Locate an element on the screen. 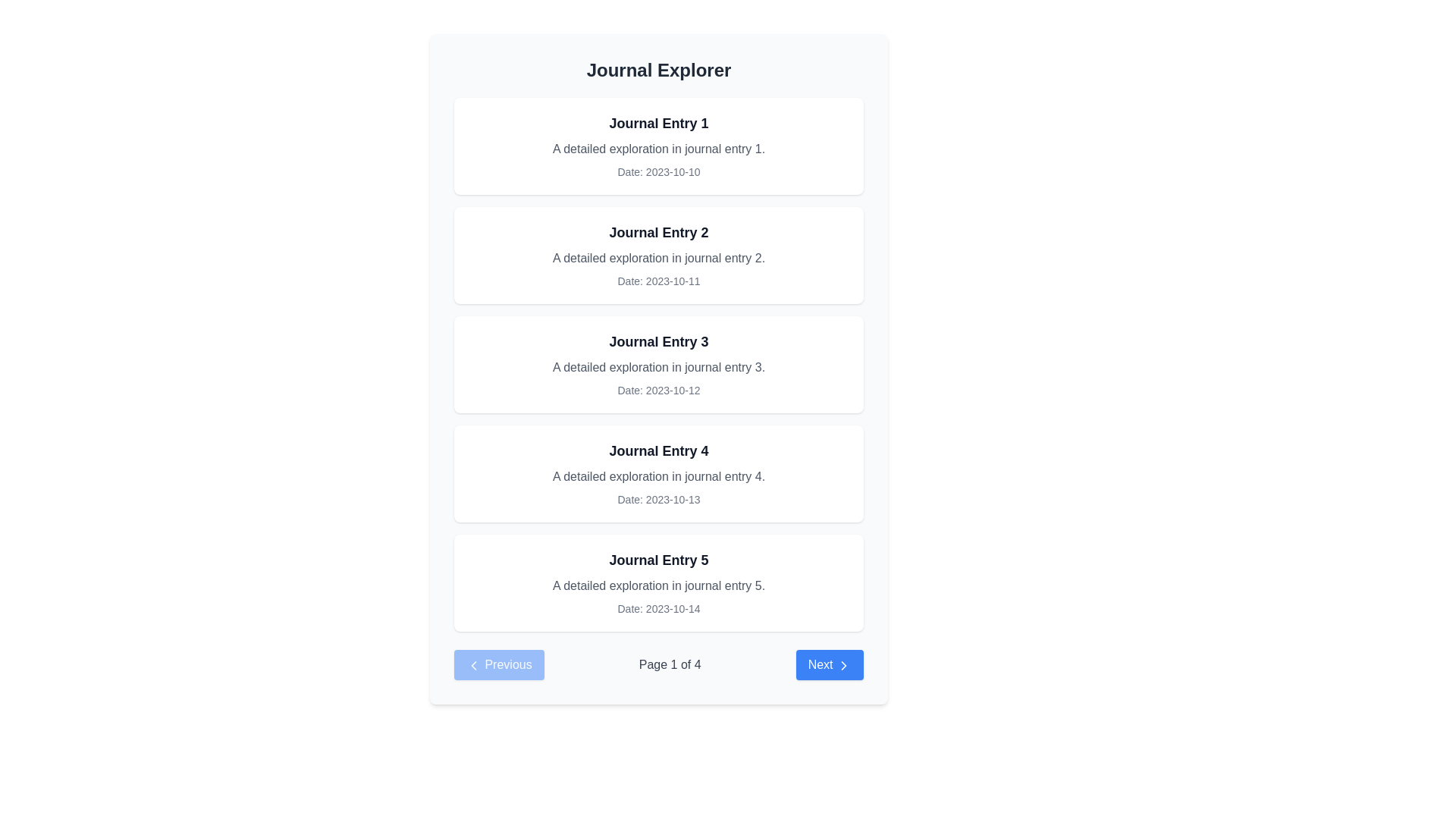 This screenshot has height=819, width=1456. the 'Next' button located at the bottom-right corner of the interface which contains the right arrow icon is located at coordinates (843, 664).